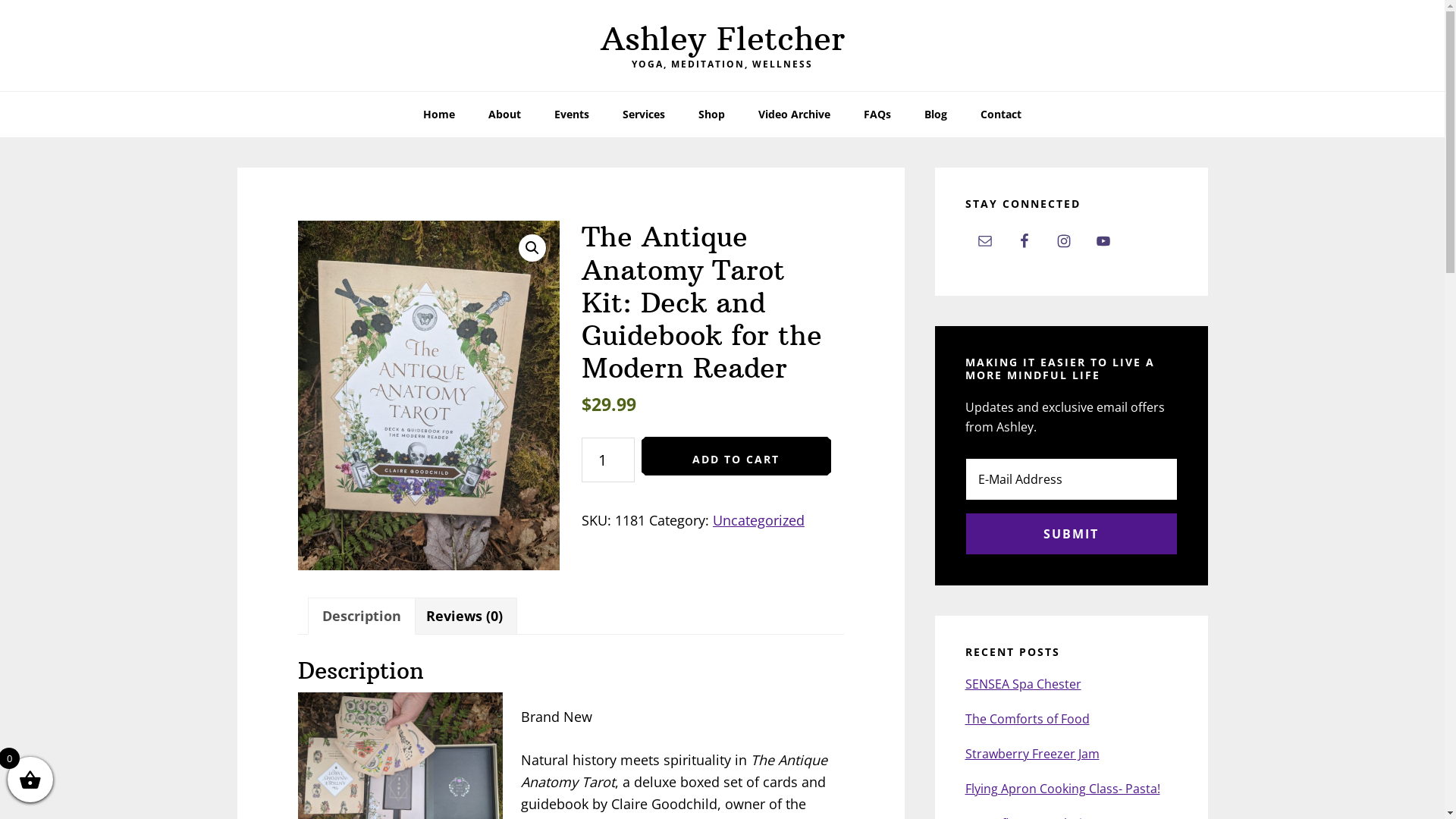 The height and width of the screenshot is (819, 1456). I want to click on 'Uncategorized', so click(758, 519).